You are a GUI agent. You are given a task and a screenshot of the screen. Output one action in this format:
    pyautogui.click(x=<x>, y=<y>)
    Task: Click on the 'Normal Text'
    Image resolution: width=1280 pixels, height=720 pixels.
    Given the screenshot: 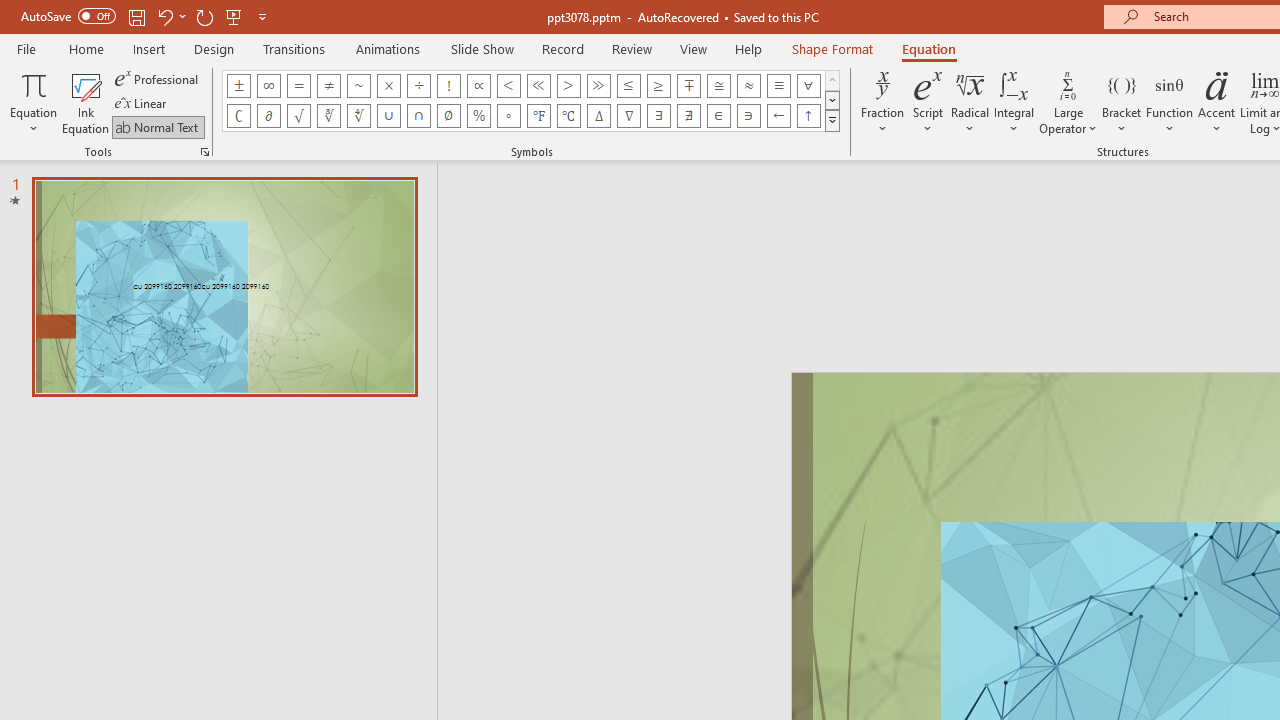 What is the action you would take?
    pyautogui.click(x=157, y=127)
    